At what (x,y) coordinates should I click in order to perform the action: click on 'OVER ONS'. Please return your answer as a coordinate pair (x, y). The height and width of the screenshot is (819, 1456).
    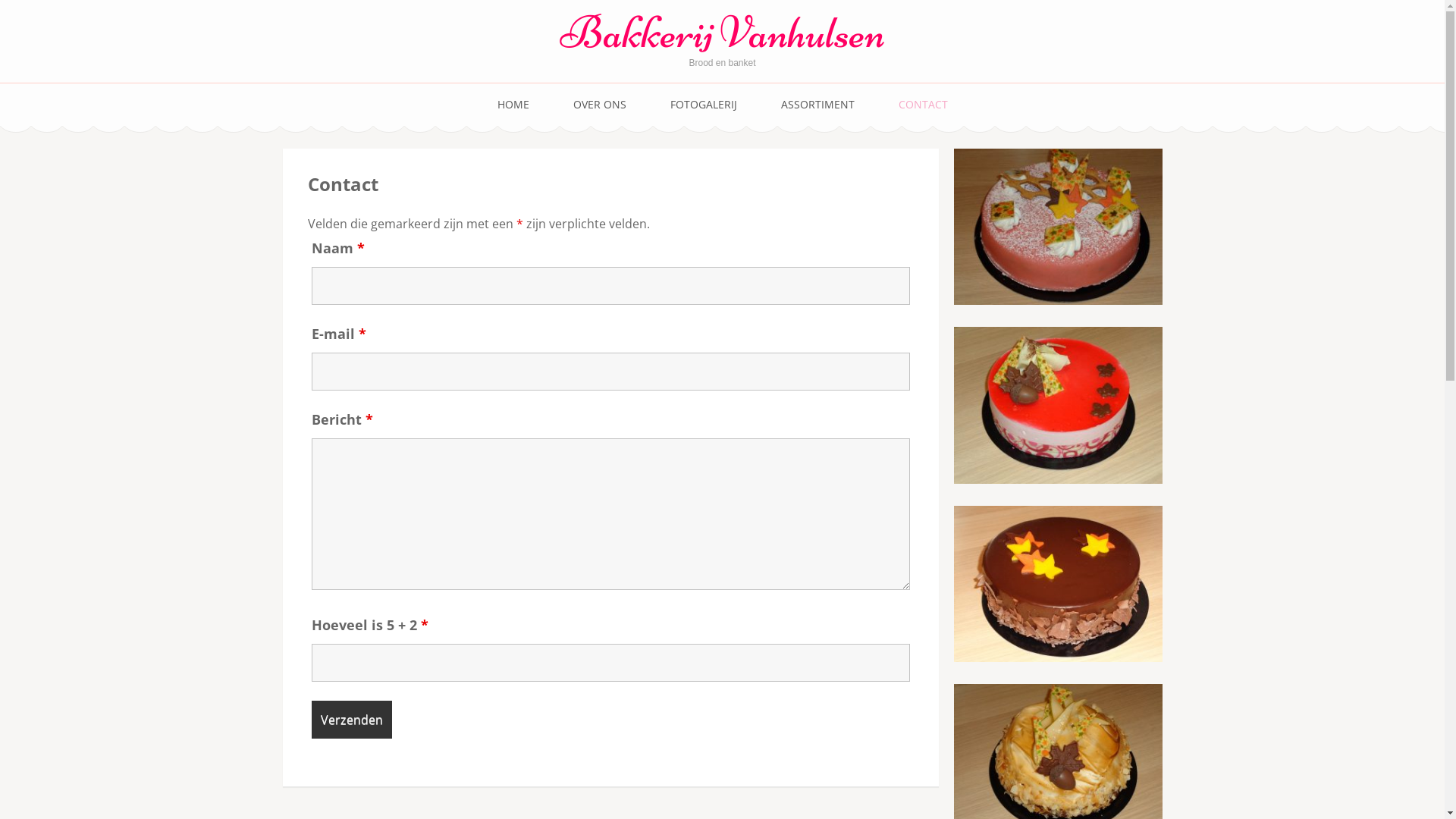
    Looking at the image, I should click on (599, 104).